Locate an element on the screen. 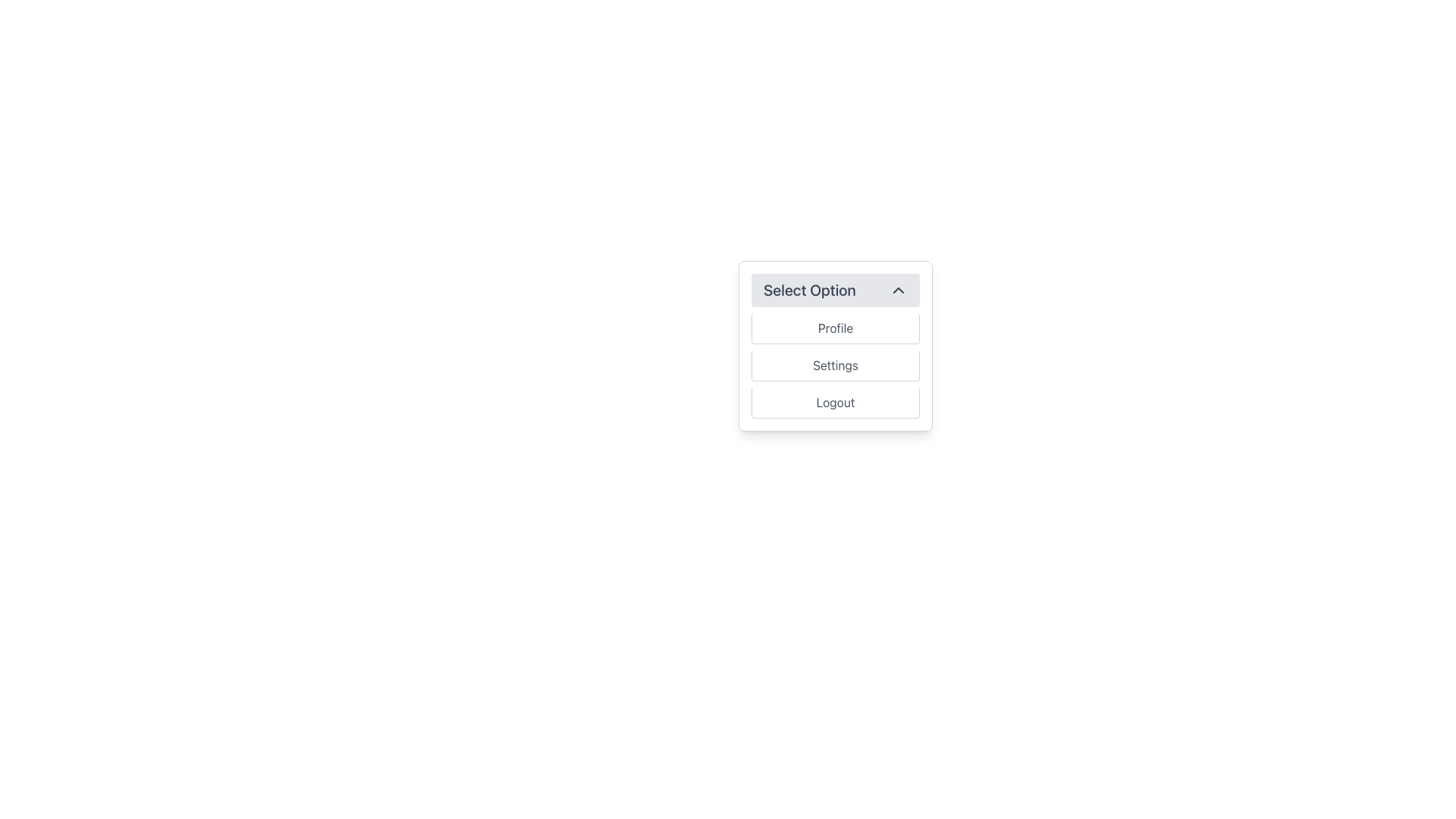  the 'Settings' button, which is a rectangular button with a light gray border and a darker gray background, located in the middle of three stacked buttons is located at coordinates (835, 366).